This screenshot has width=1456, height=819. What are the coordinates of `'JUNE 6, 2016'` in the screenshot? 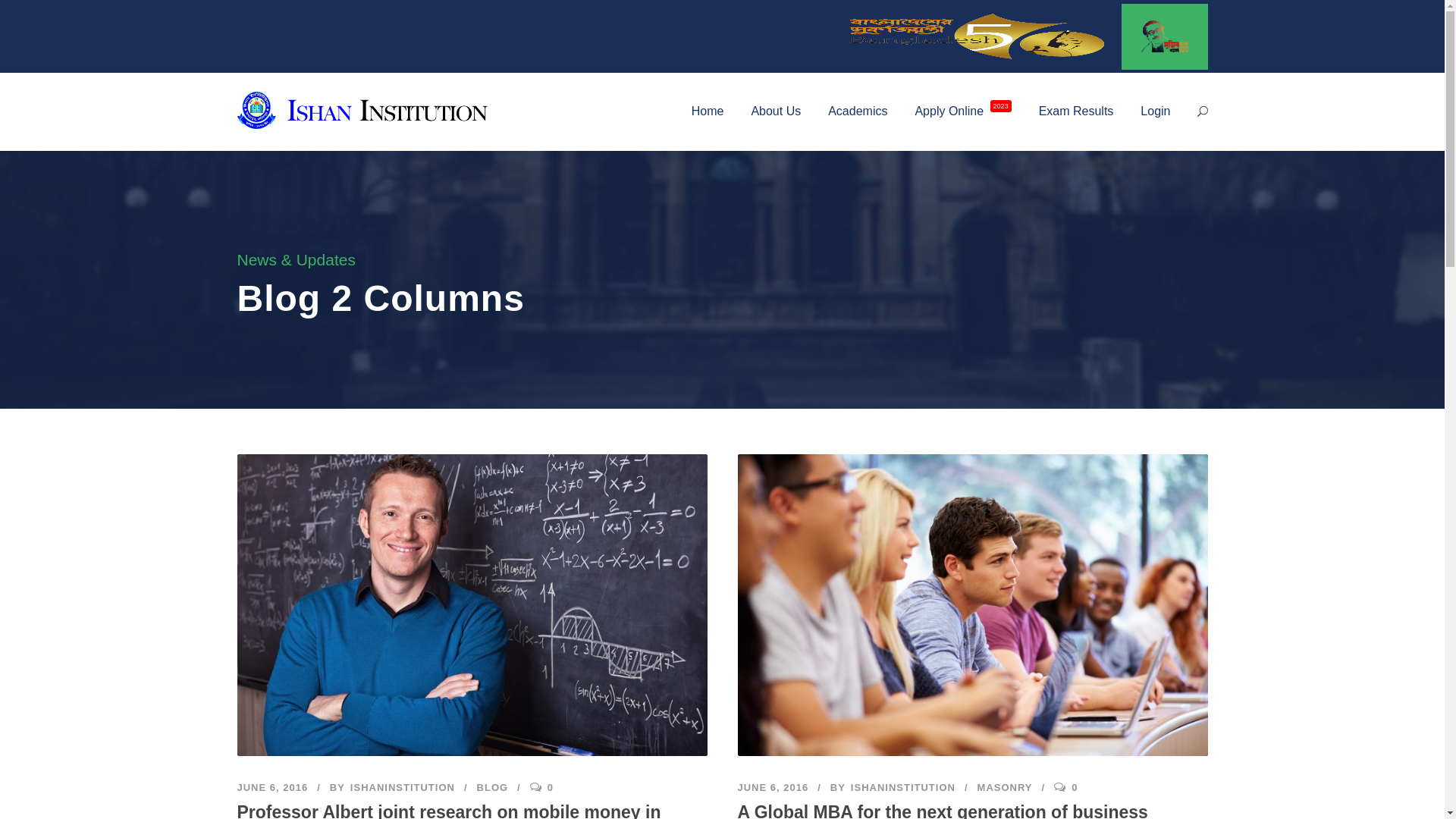 It's located at (272, 786).